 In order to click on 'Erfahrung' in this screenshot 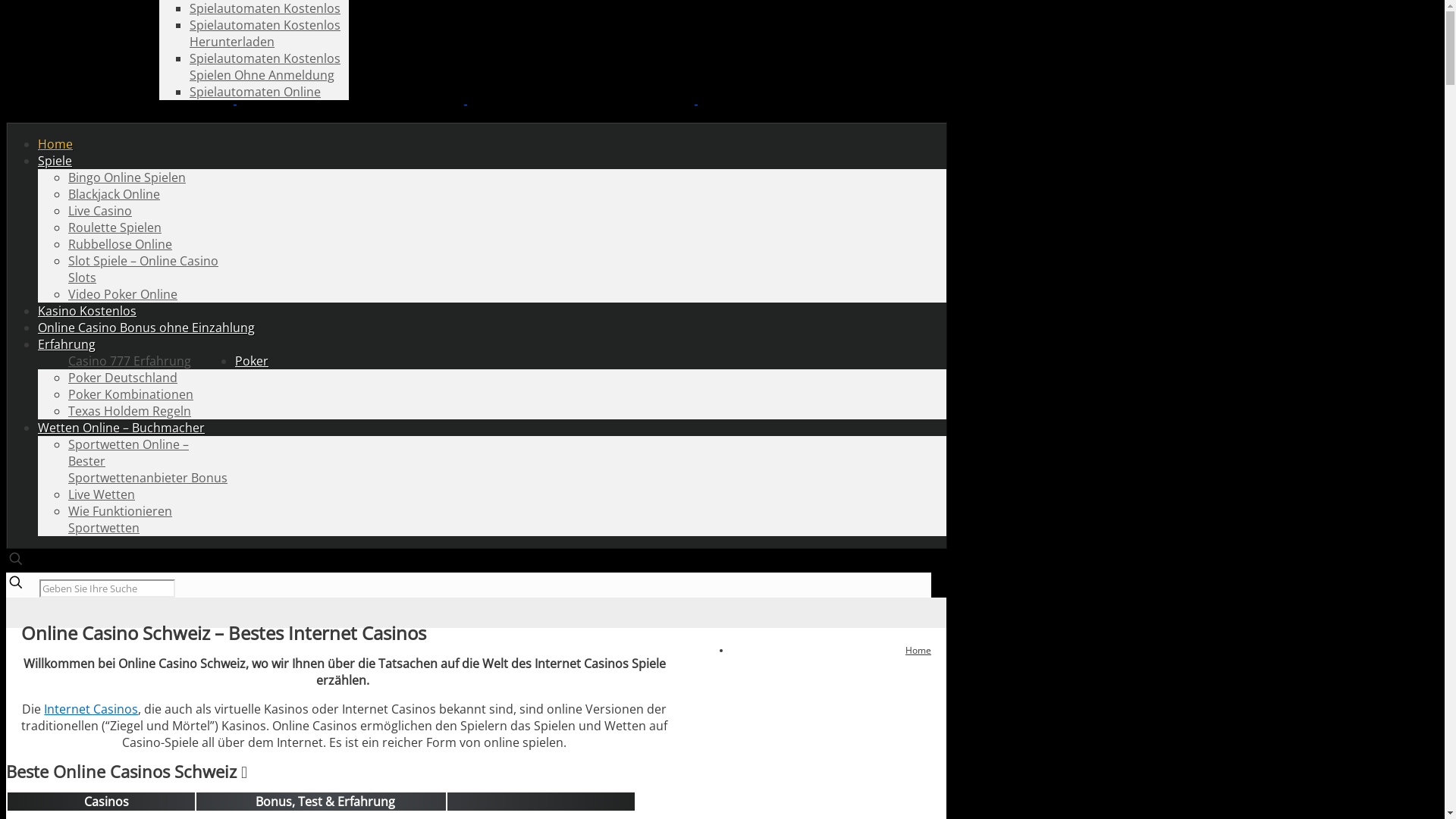, I will do `click(65, 344)`.